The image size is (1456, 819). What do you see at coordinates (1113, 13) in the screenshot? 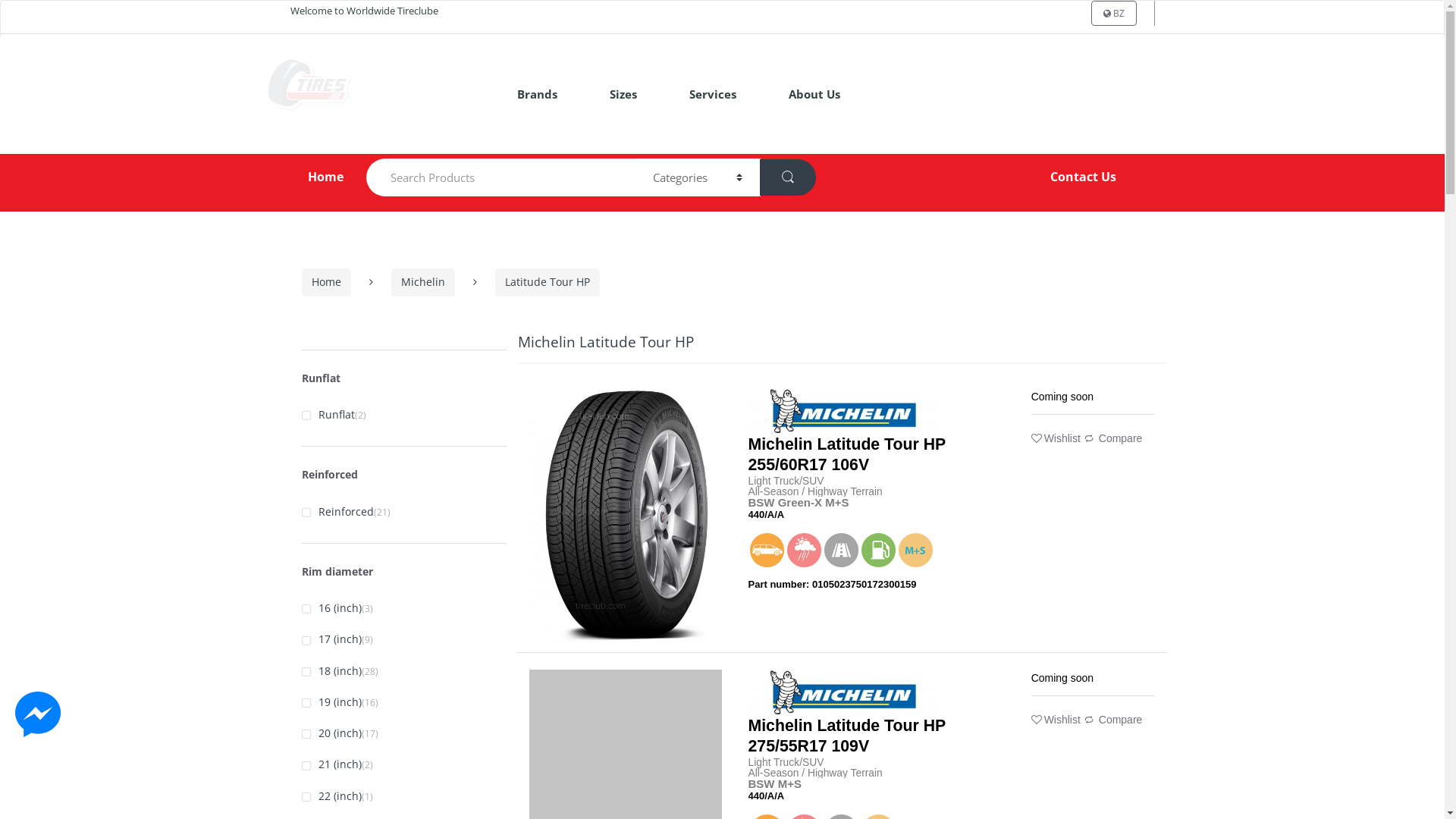
I see `'BZ'` at bounding box center [1113, 13].